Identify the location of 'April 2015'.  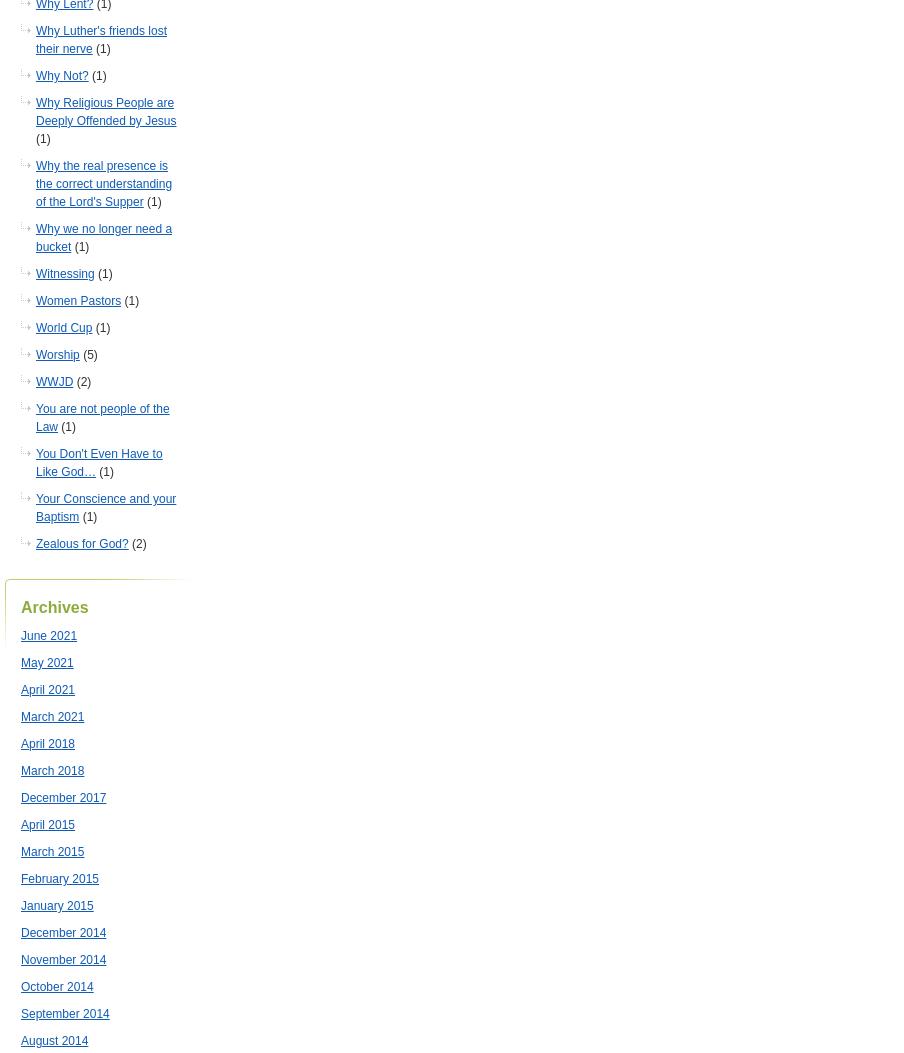
(47, 824).